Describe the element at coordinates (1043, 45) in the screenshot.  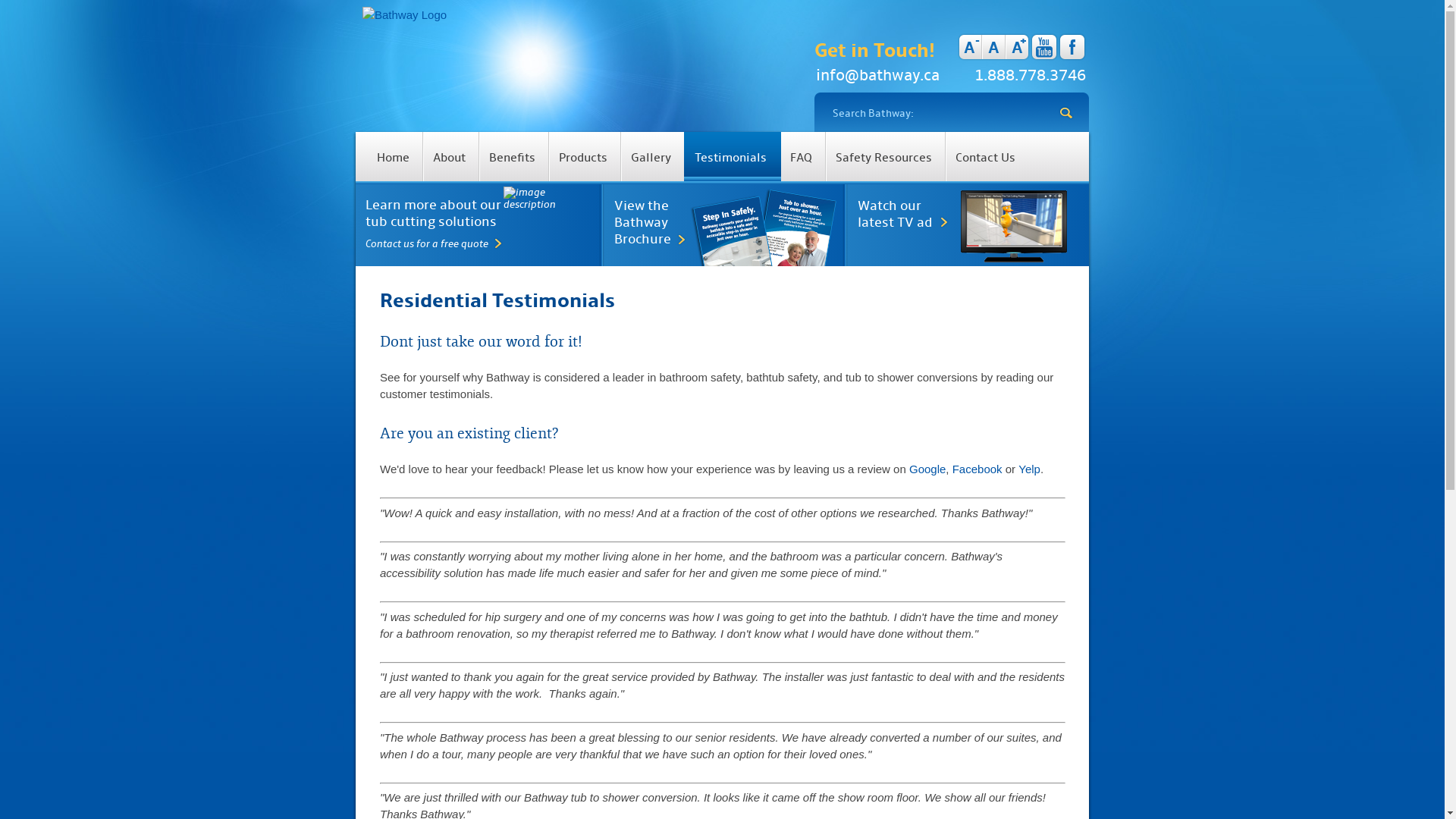
I see `'youtube'` at that location.